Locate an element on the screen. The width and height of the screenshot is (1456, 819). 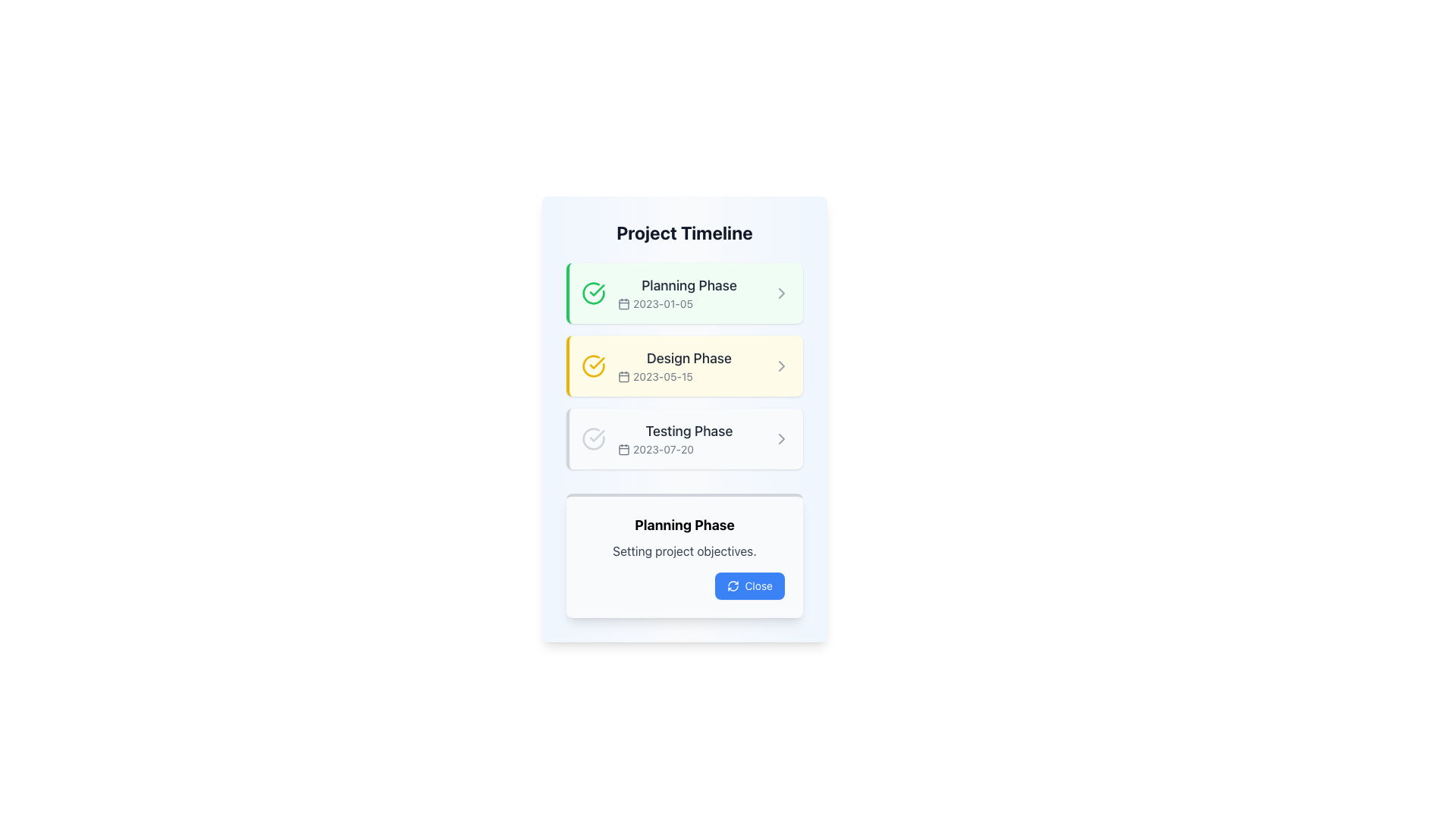
the text label displaying the date '2023-05-15', which is located in the 'Design Phase' section under the 'Project Timeline' title, next to a small calendar icon is located at coordinates (688, 376).